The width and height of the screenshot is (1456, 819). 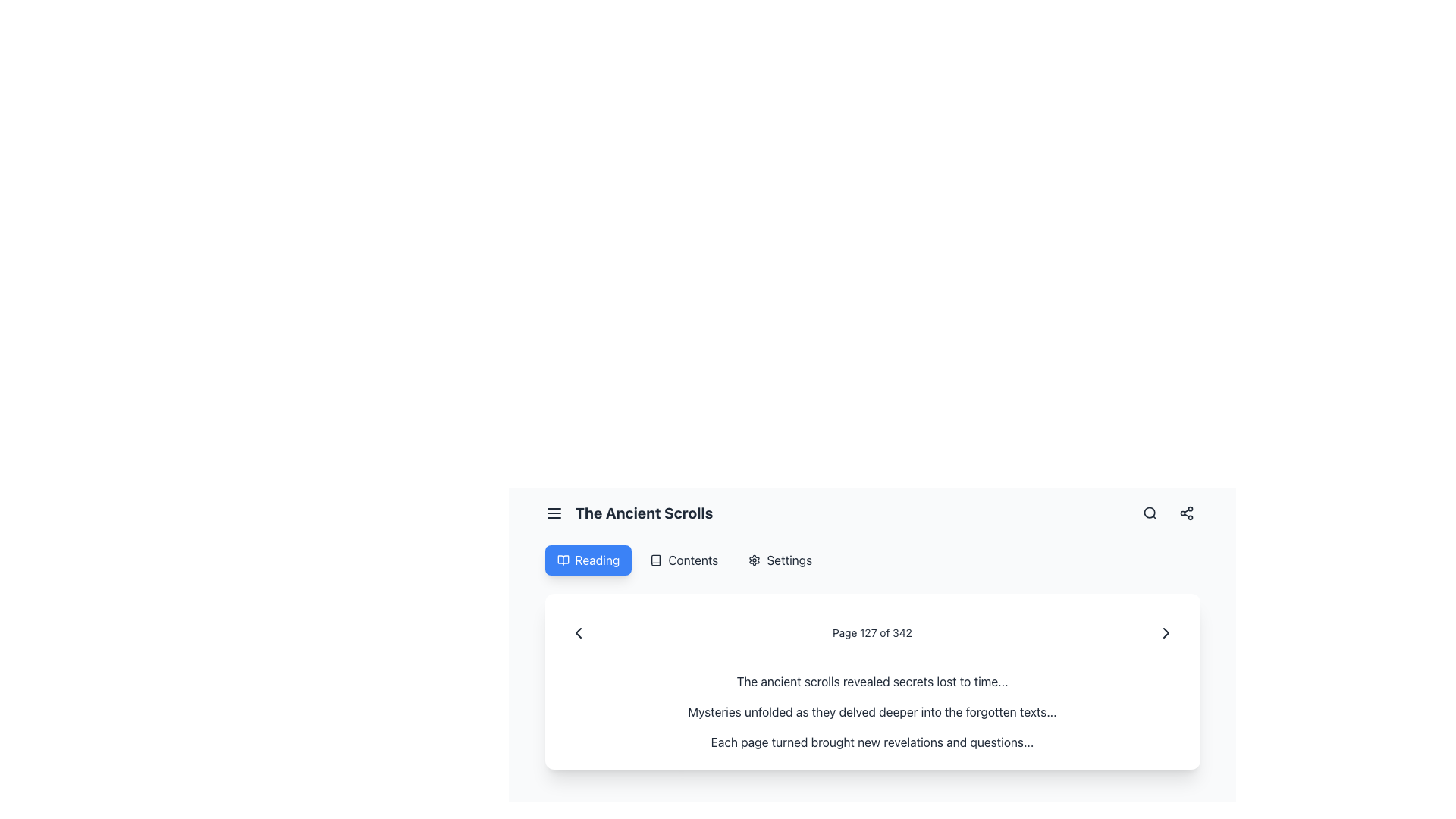 What do you see at coordinates (1150, 513) in the screenshot?
I see `the search button located at the top-right corner of the main interface panel to change its background color` at bounding box center [1150, 513].